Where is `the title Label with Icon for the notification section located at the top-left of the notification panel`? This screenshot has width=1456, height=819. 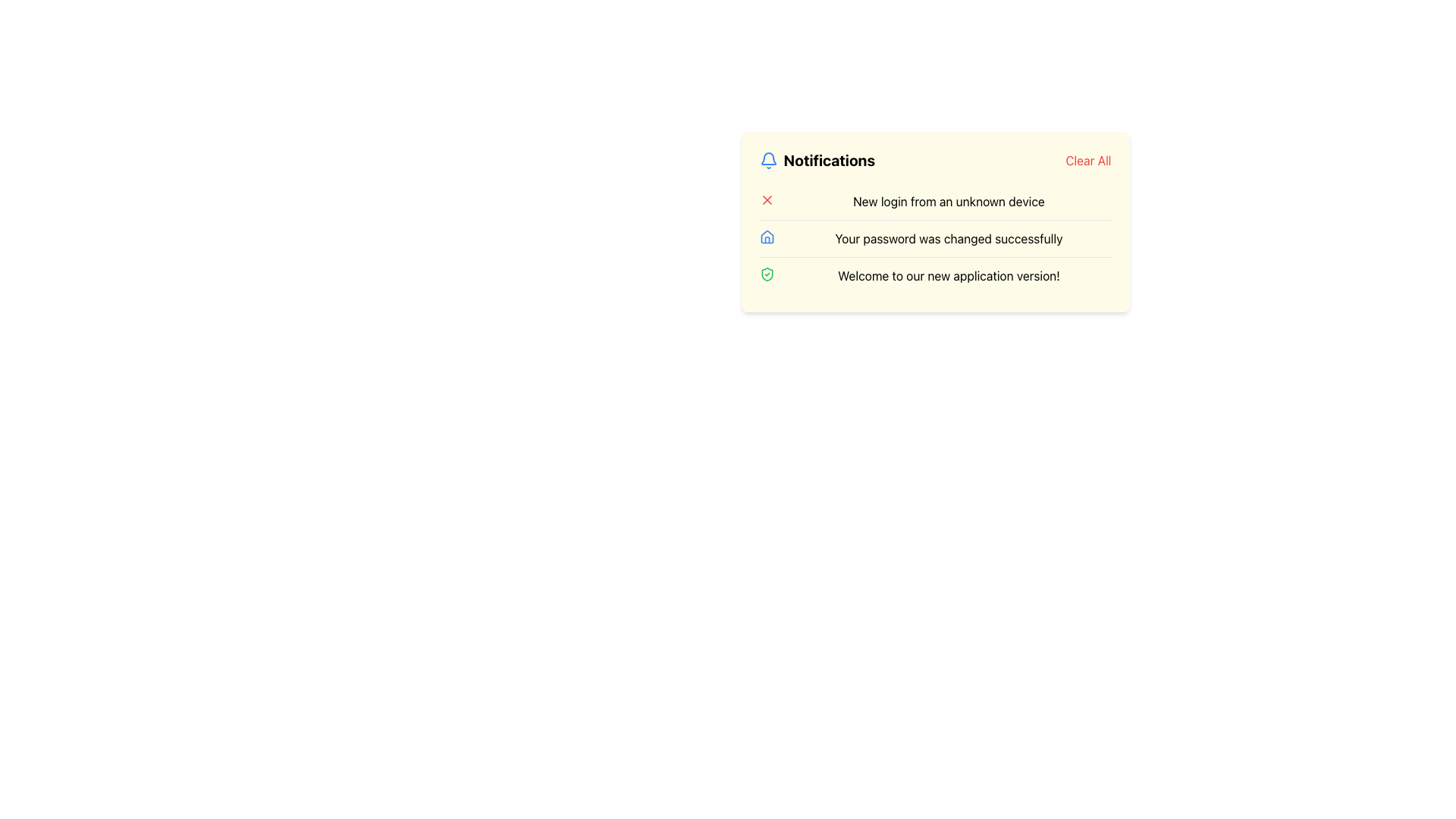 the title Label with Icon for the notification section located at the top-left of the notification panel is located at coordinates (816, 161).